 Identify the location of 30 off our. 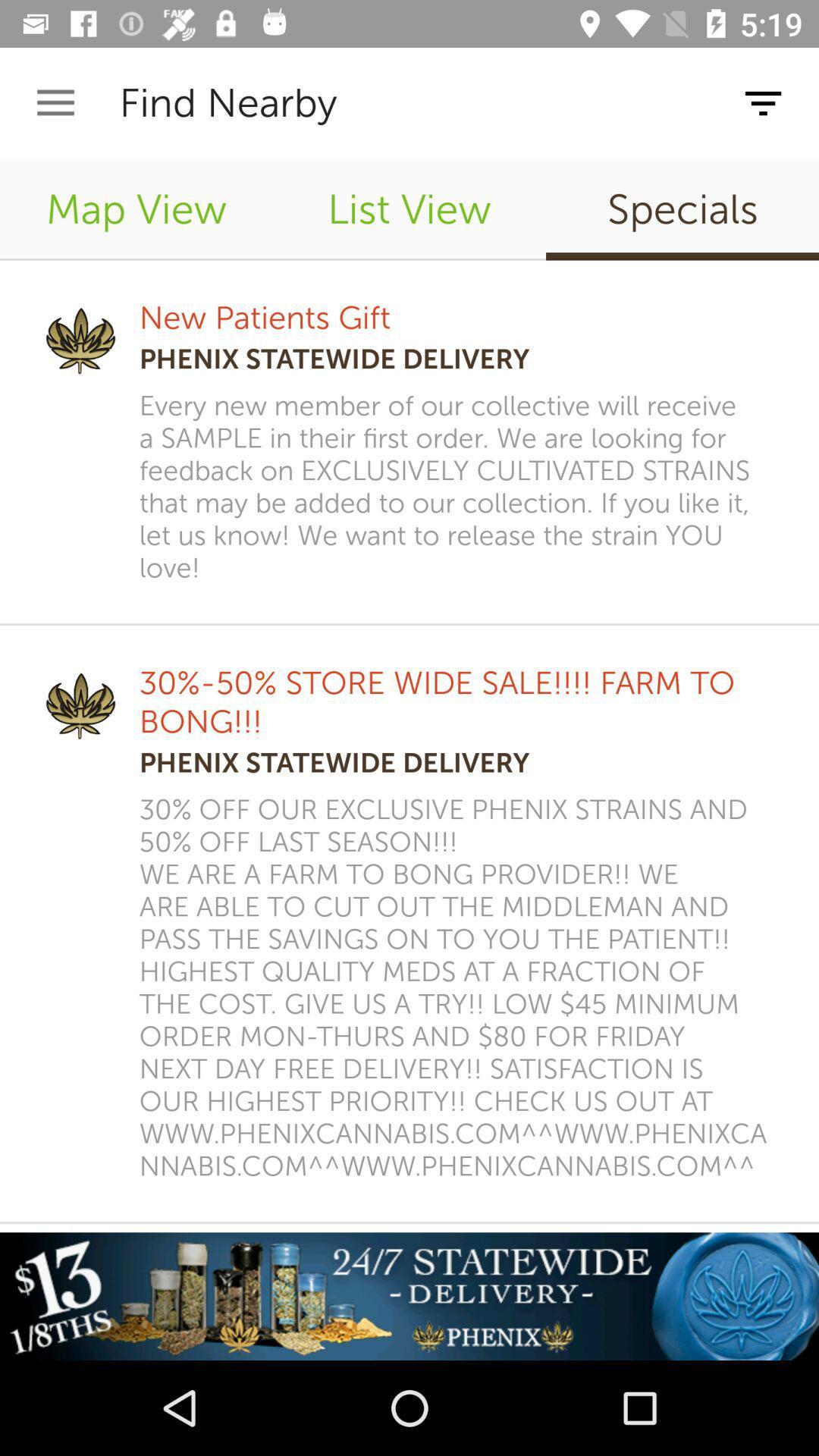
(458, 988).